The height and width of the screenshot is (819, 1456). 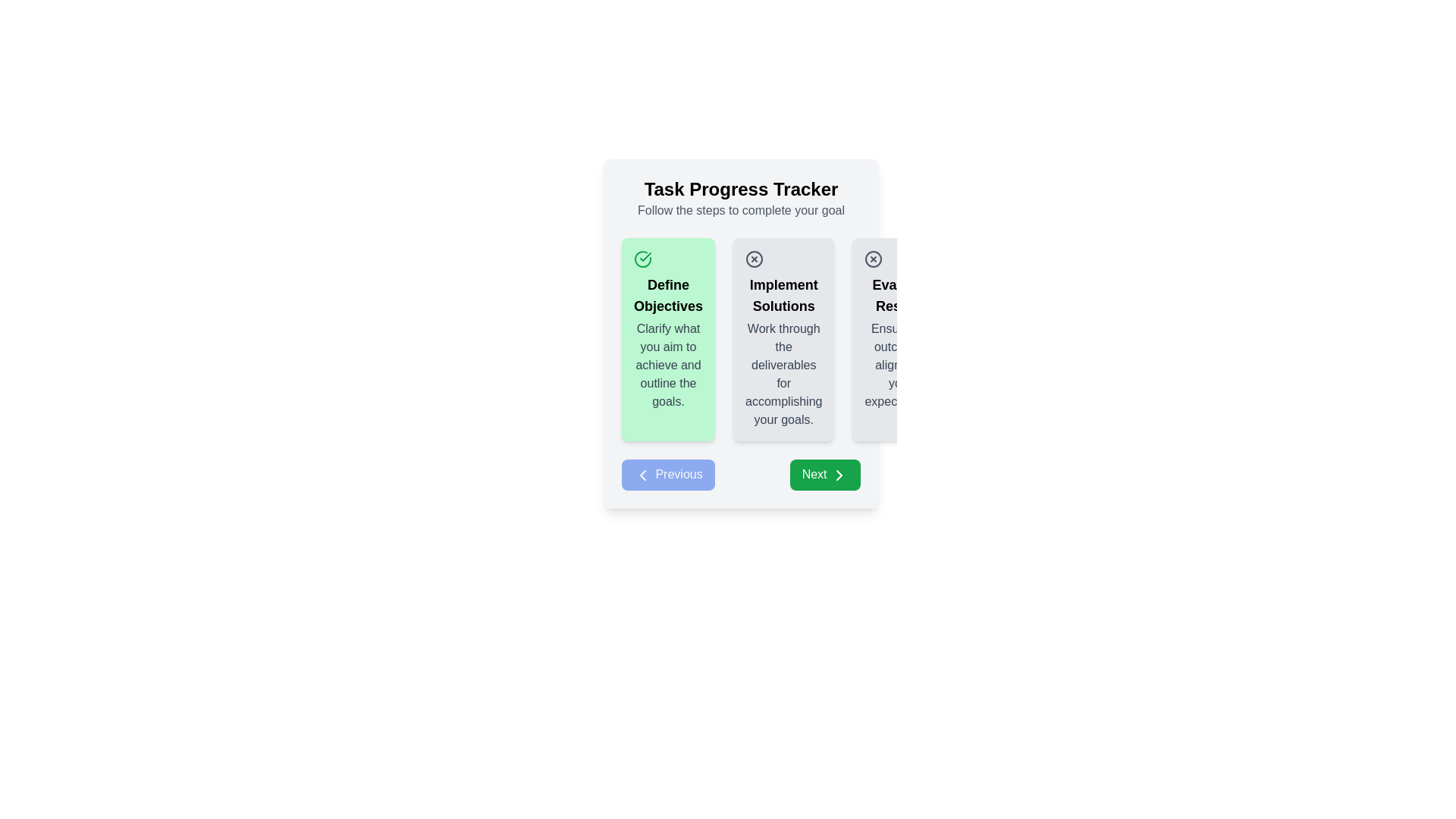 I want to click on the leftmost navigation button in the task progress tracker, so click(x=667, y=474).